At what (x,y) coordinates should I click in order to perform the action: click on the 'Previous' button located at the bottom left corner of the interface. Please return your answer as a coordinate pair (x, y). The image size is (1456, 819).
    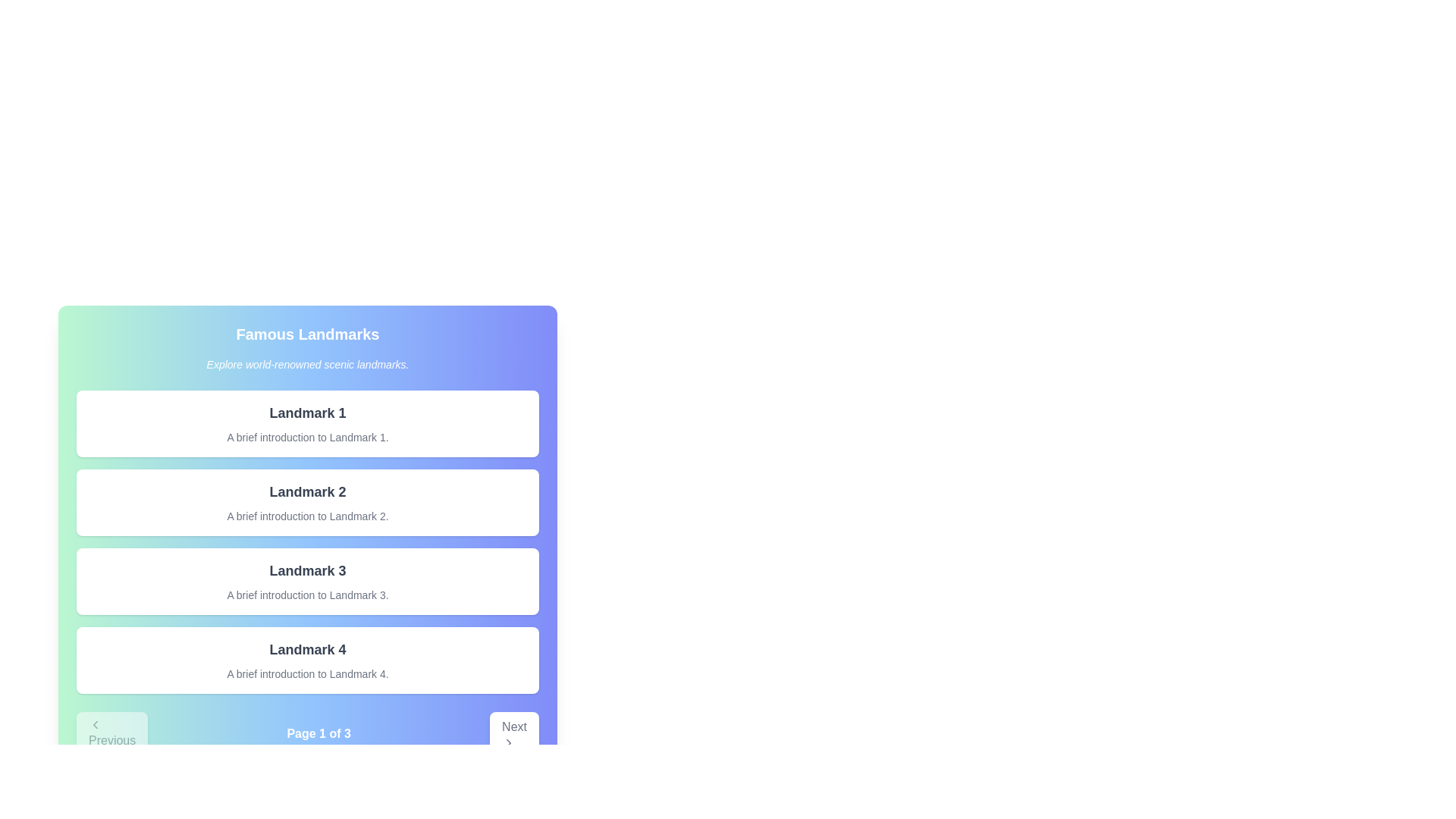
    Looking at the image, I should click on (111, 733).